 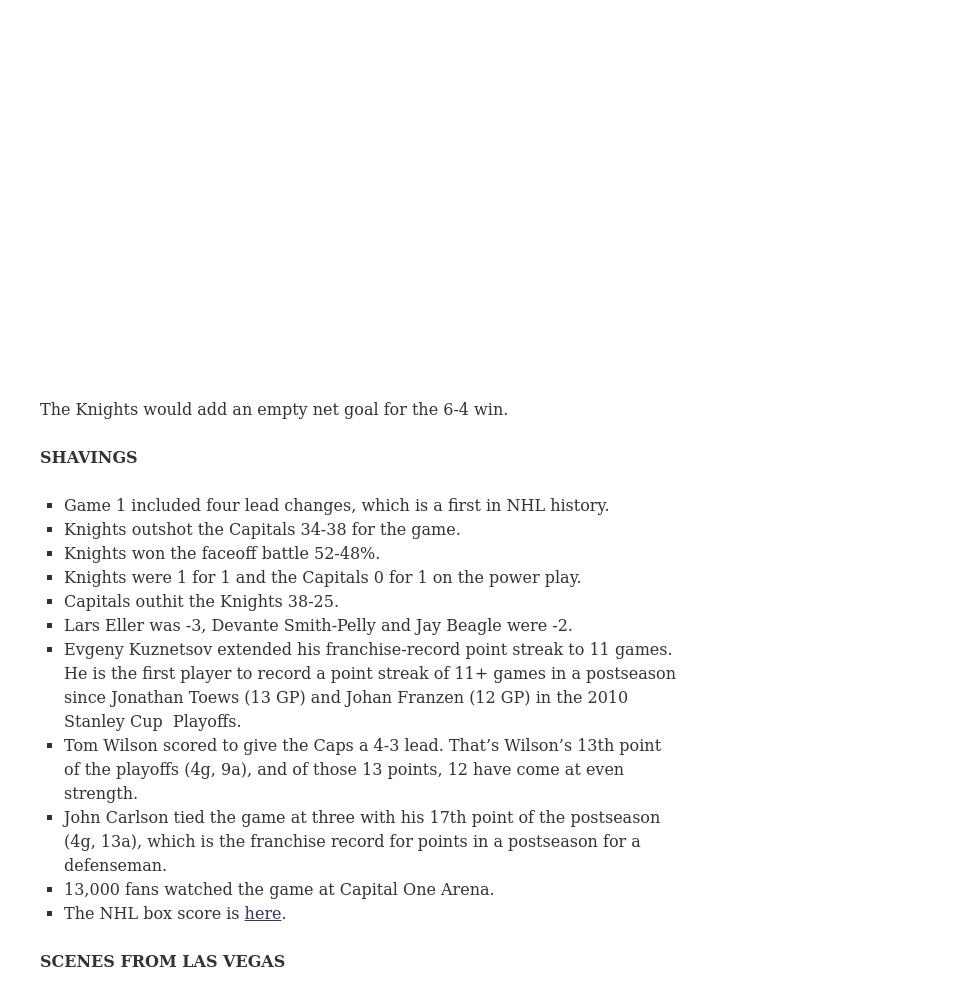 I want to click on 'John Carlson tied the game at three with his 17th point of the postseason (4g, 13a), which is the franchise record for points in a postseason for a defenseman.', so click(x=362, y=840).